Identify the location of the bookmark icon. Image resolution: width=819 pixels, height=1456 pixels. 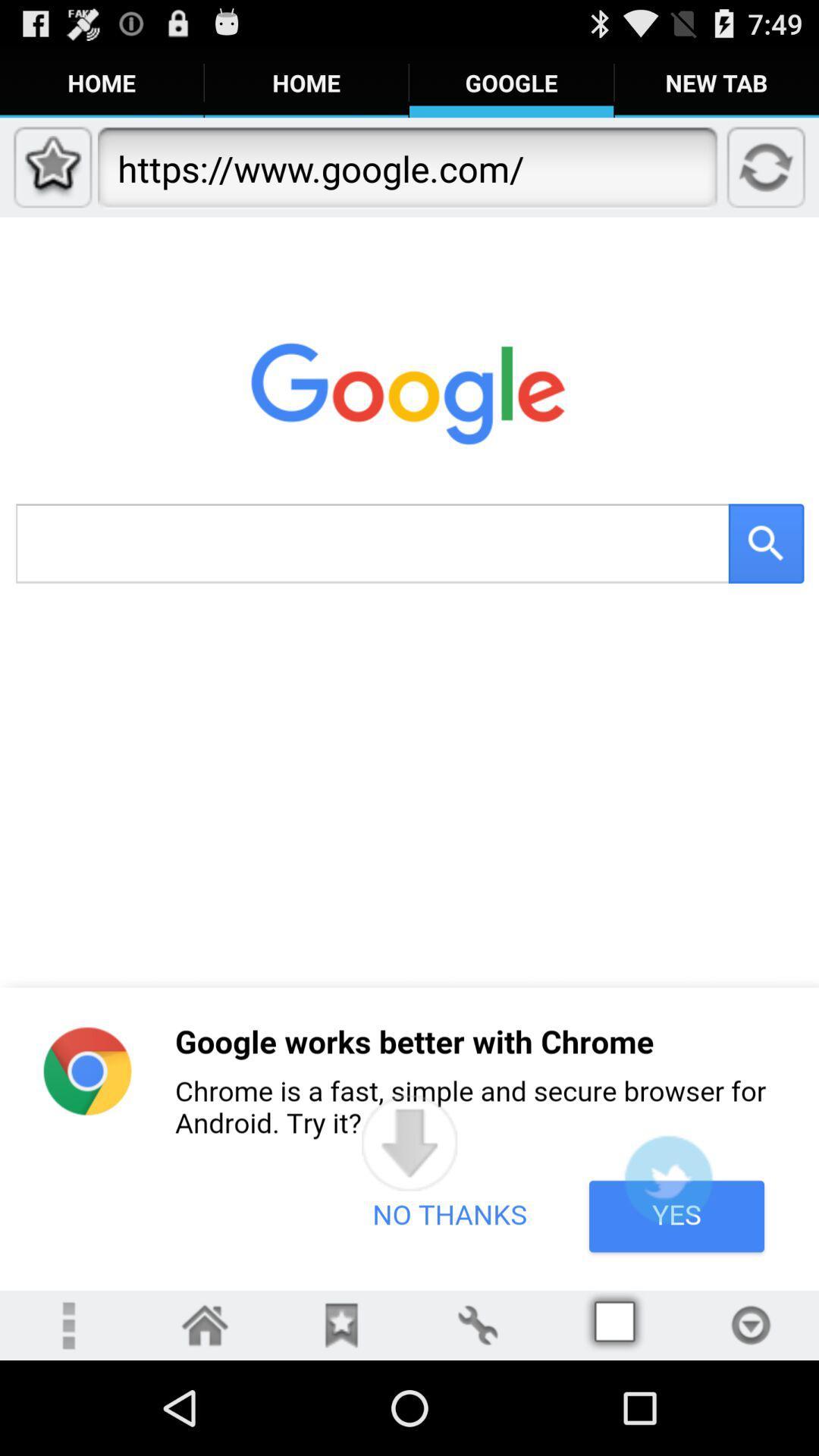
(341, 1417).